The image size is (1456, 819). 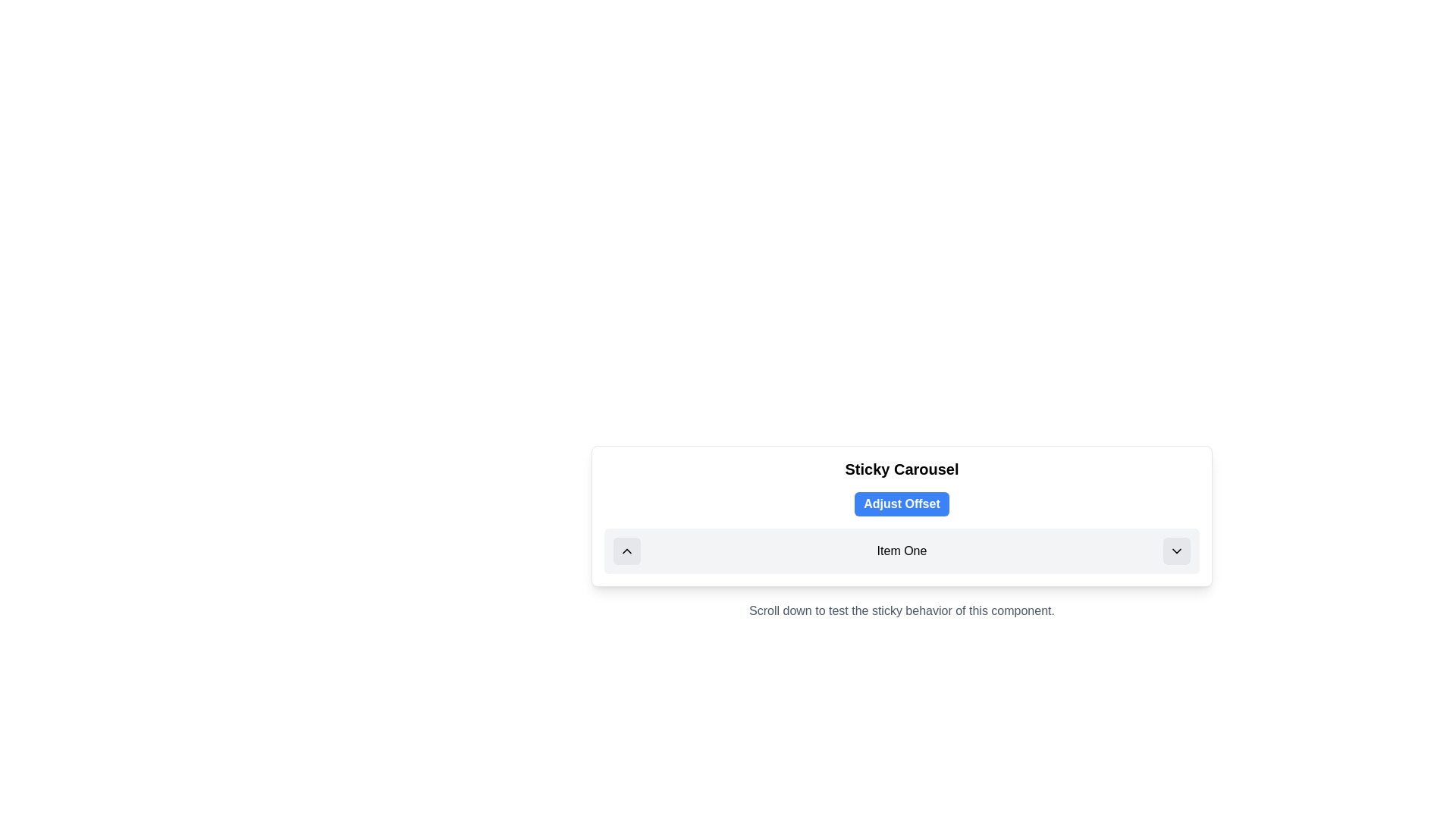 I want to click on the small square button with a light gray background and rounded corners, which contains an upward-facing chevron icon, located to the left of the text 'Item One', so click(x=626, y=551).